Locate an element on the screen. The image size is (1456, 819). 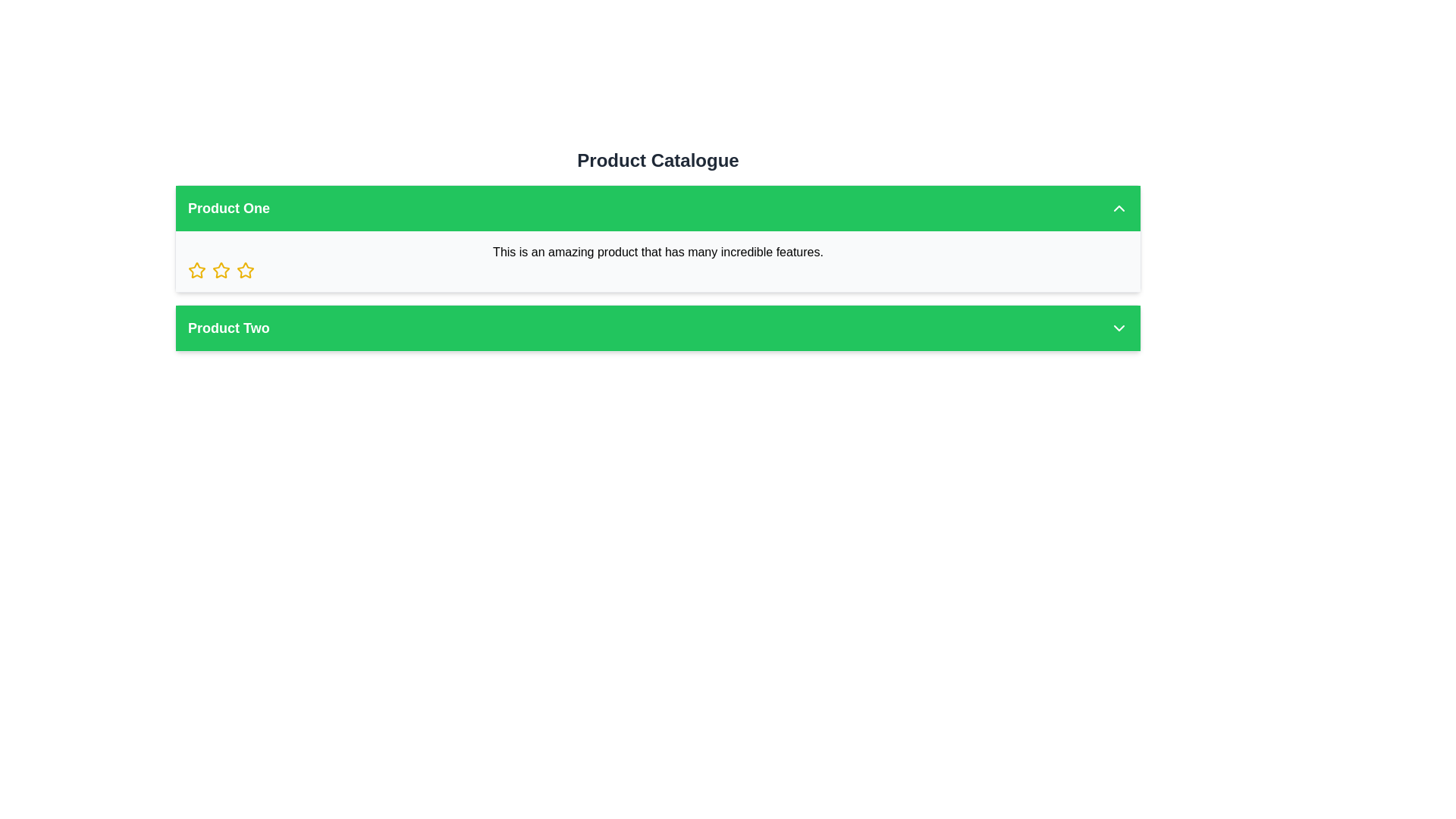
the fourth yellow star icon in the row of five stars located underneath the 'Product One' heading is located at coordinates (246, 270).